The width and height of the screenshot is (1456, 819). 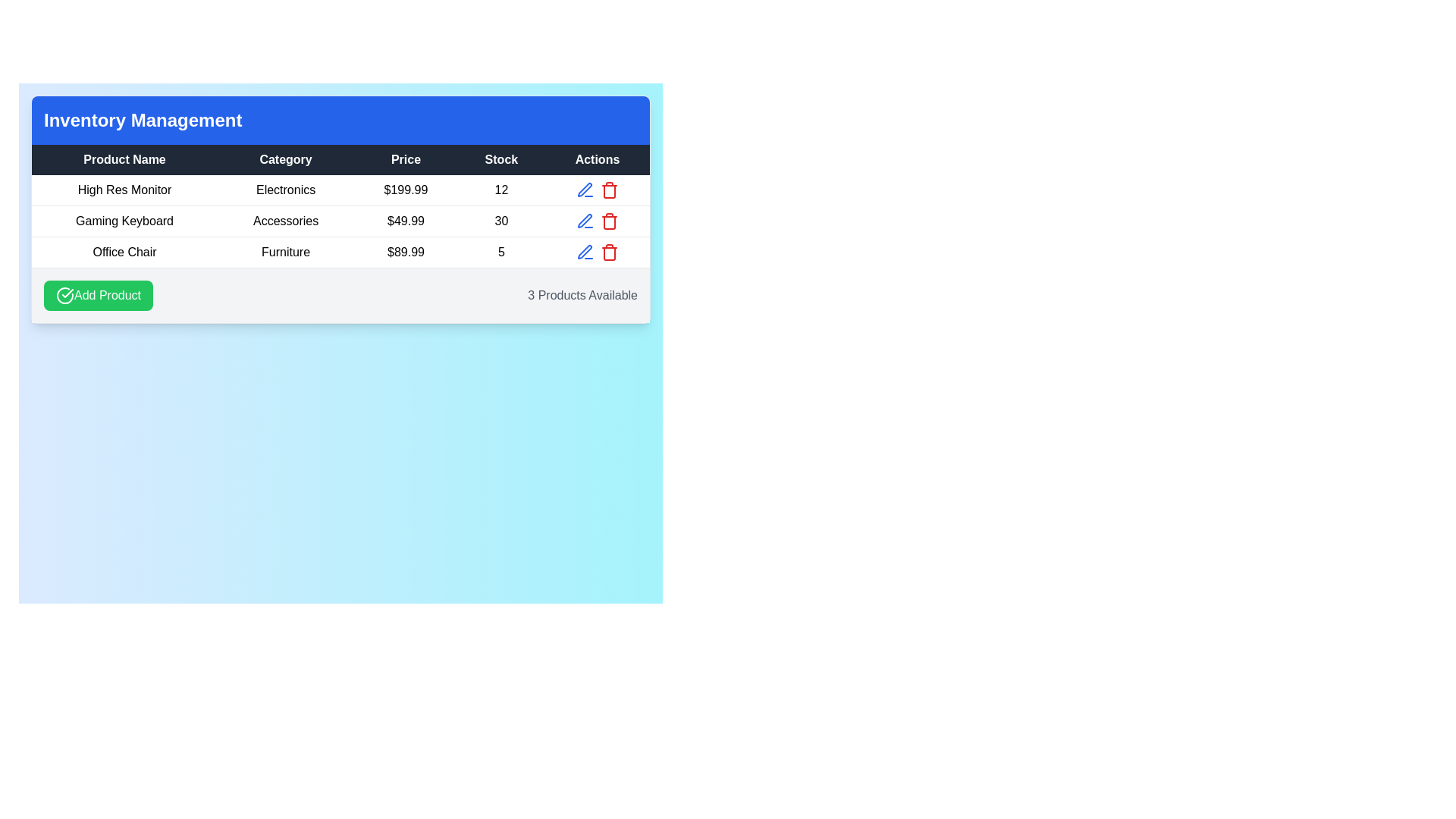 What do you see at coordinates (340, 190) in the screenshot?
I see `product information for the first row in the table containing details about 'High Res Monitor', including its category, price, and stock` at bounding box center [340, 190].